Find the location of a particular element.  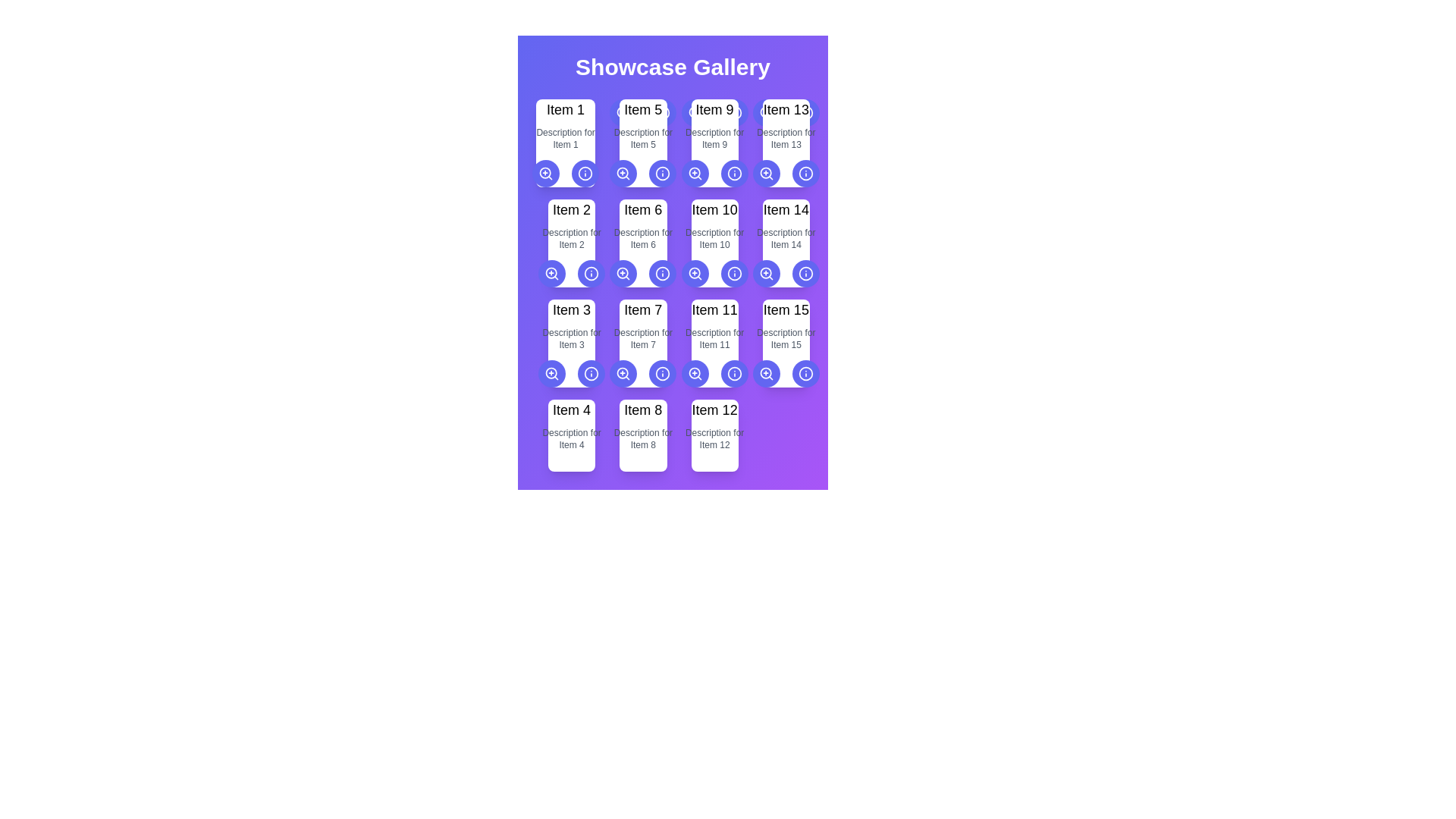

the decorative circle that represents the lens of the magnifying glass icon in the 'zoom-in' SVG graphic, located near the 'Item 5' card is located at coordinates (623, 172).